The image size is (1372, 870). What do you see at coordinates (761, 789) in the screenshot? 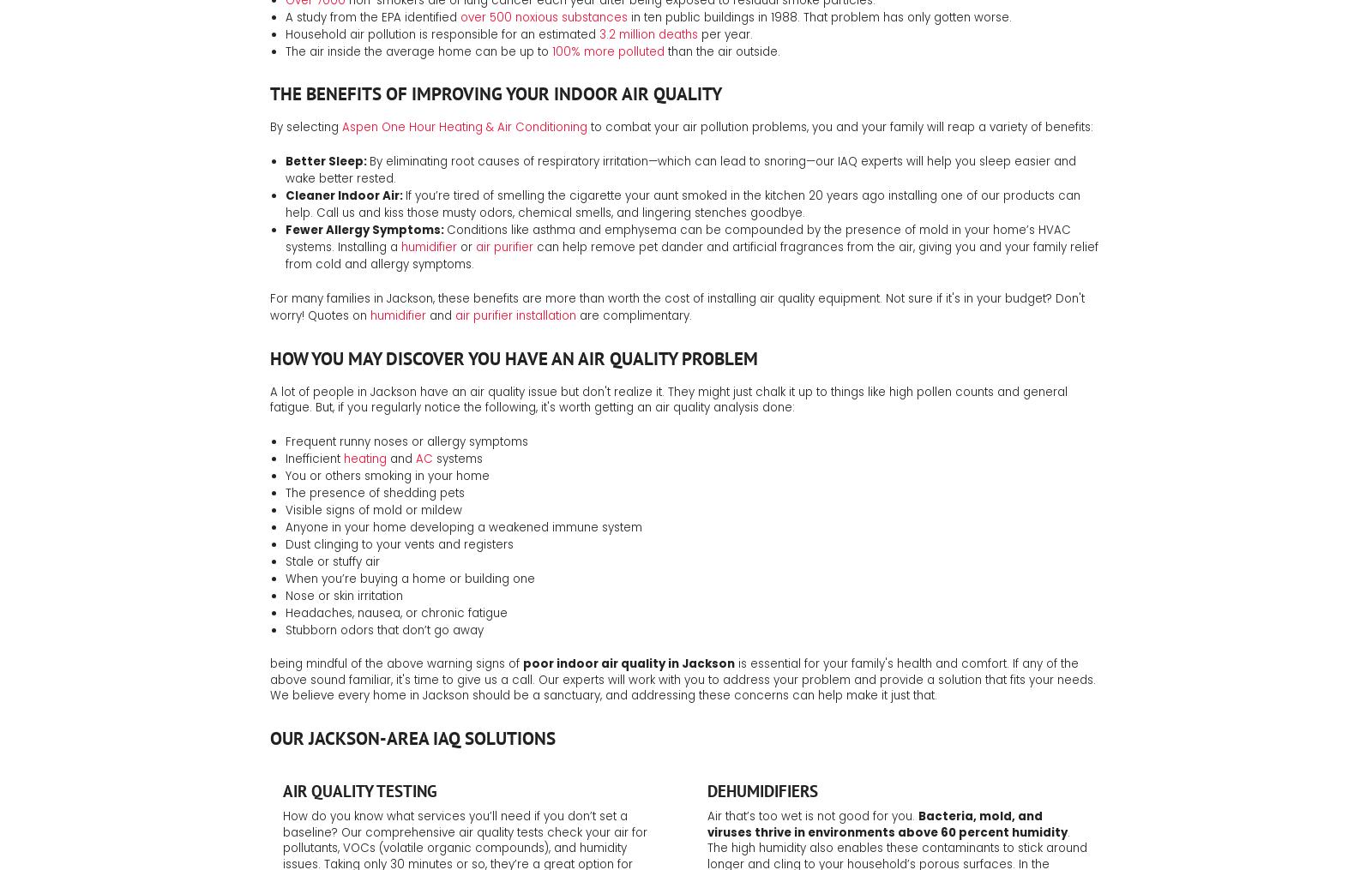
I see `'Dehumidifiers'` at bounding box center [761, 789].